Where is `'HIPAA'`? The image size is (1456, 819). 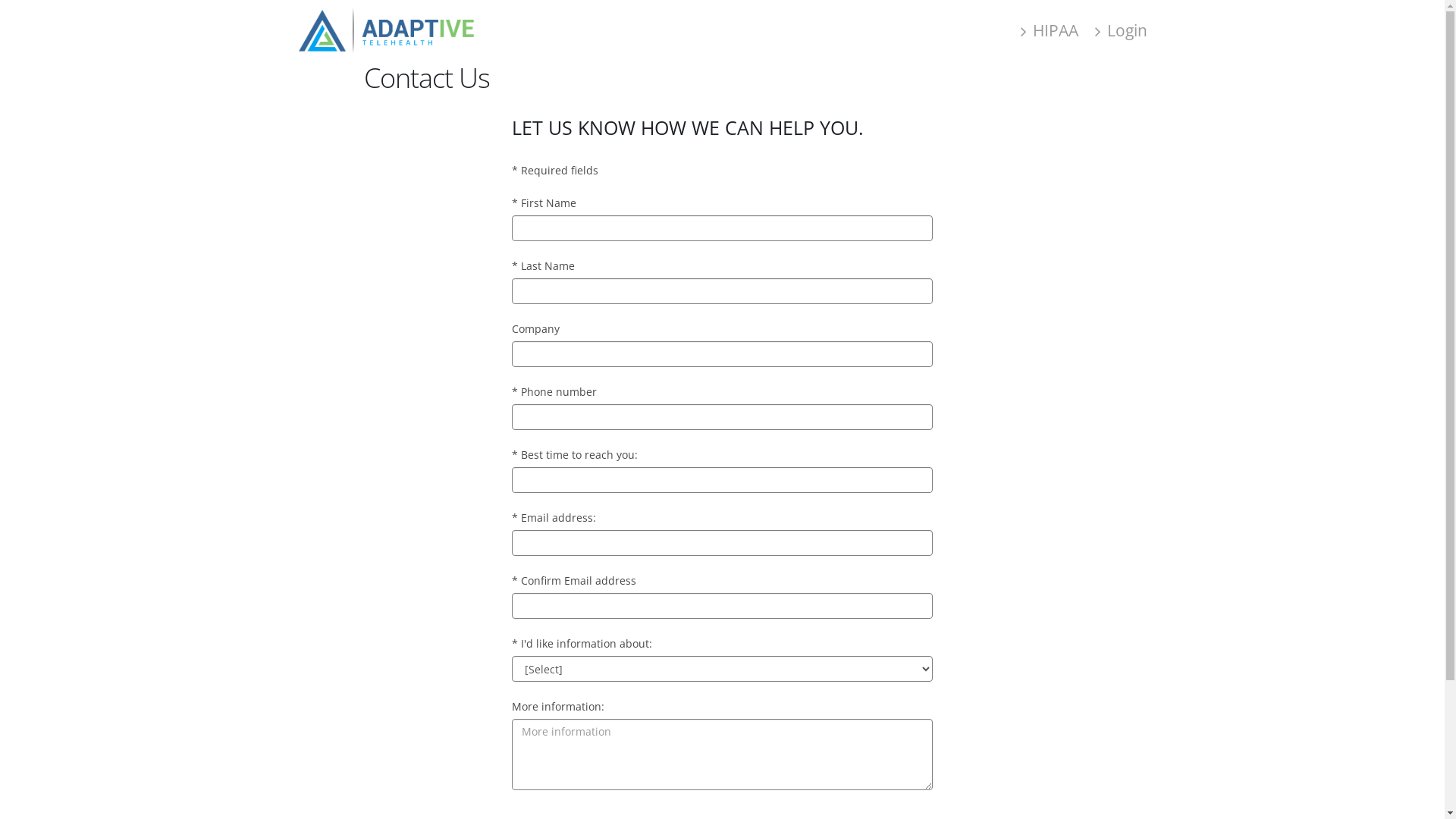
'HIPAA' is located at coordinates (1012, 30).